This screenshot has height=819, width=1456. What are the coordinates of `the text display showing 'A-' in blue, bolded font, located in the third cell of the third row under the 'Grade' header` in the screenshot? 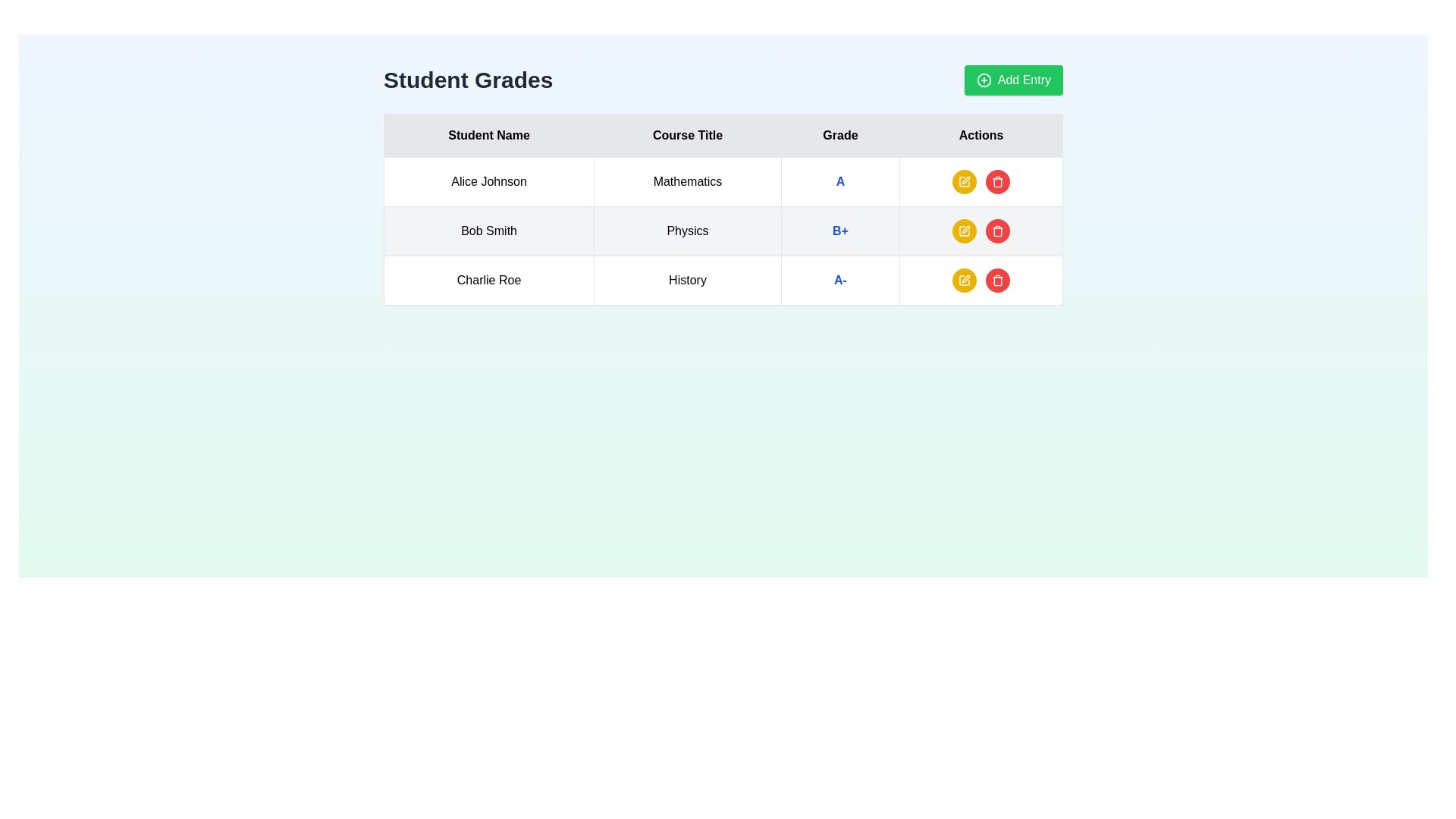 It's located at (839, 281).